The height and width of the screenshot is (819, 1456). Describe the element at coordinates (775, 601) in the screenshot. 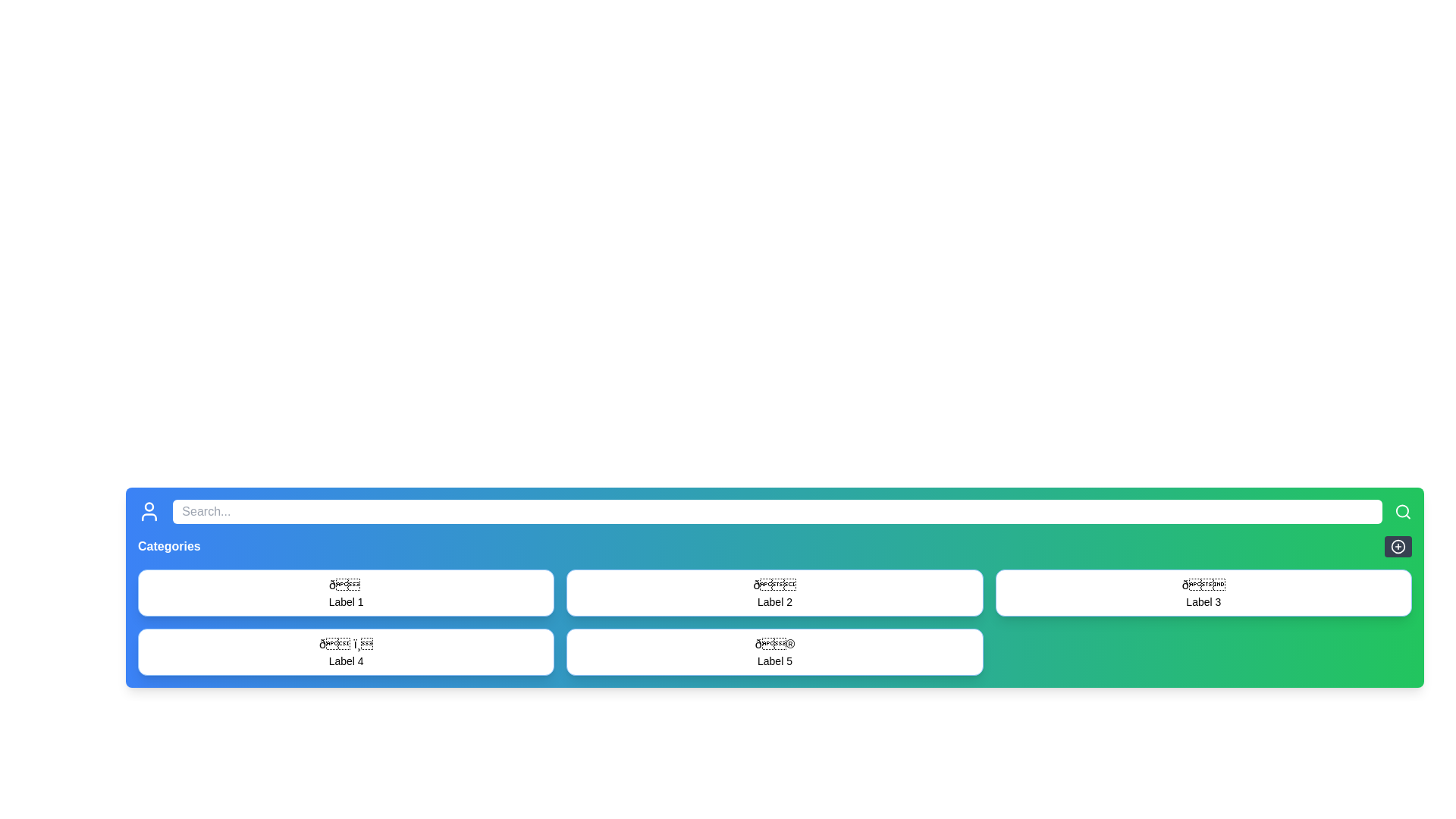

I see `the static text element labeled 'Label 2', which is styled in medium font, black color on a white background, located centrally within a rounded rectangle with a blue border` at that location.